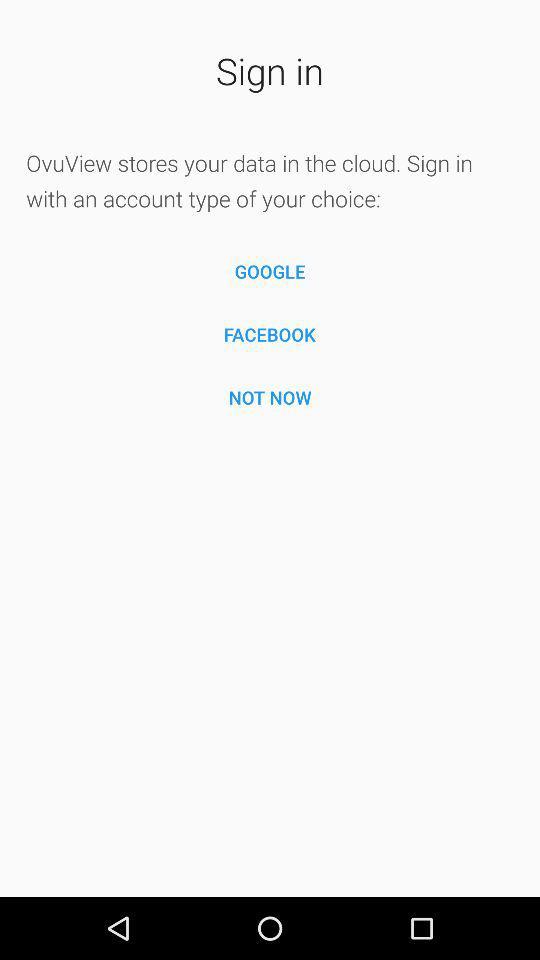 The height and width of the screenshot is (960, 540). What do you see at coordinates (270, 396) in the screenshot?
I see `not now item` at bounding box center [270, 396].